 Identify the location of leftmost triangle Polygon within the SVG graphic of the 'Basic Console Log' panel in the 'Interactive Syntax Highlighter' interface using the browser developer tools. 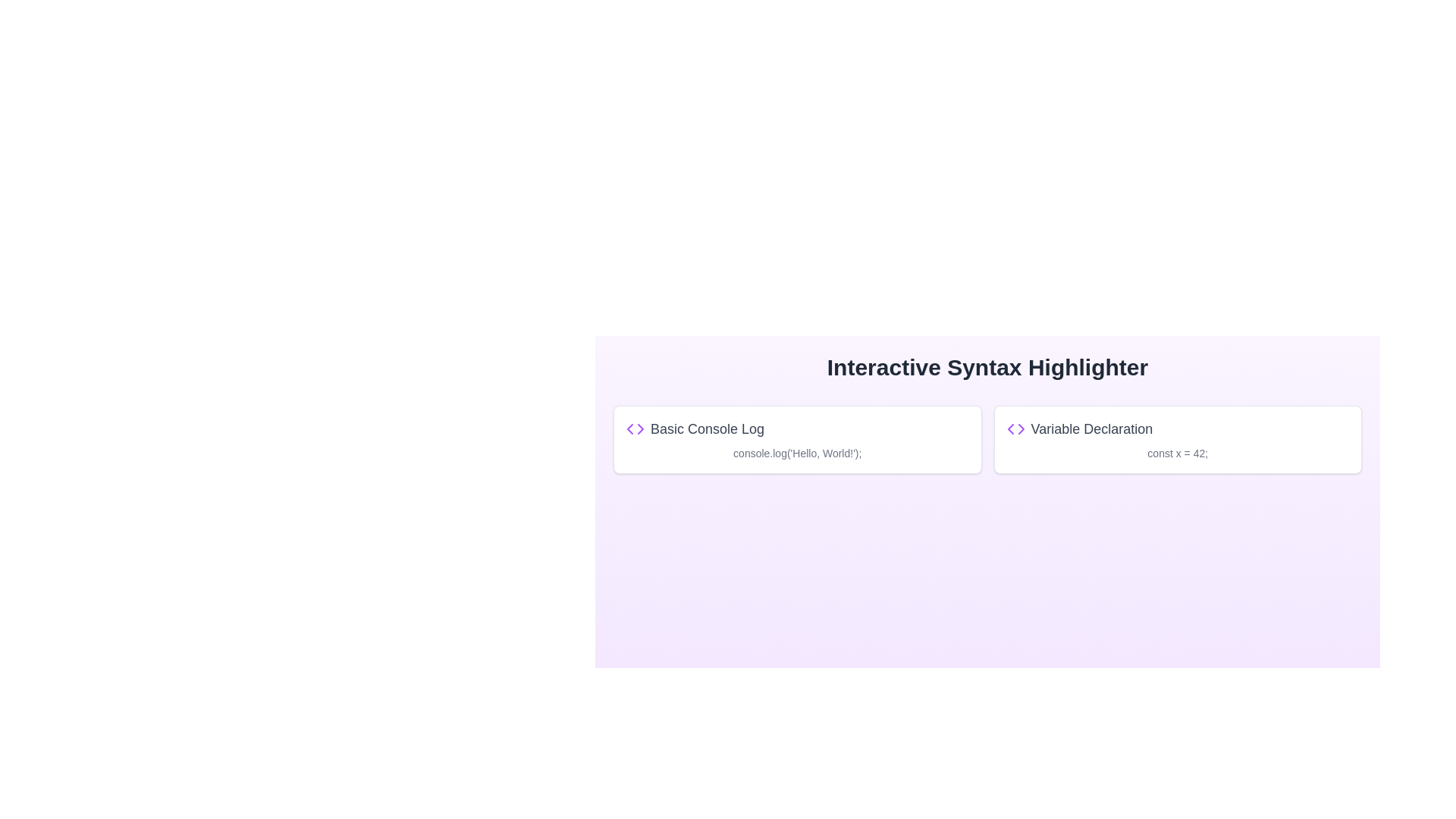
(629, 429).